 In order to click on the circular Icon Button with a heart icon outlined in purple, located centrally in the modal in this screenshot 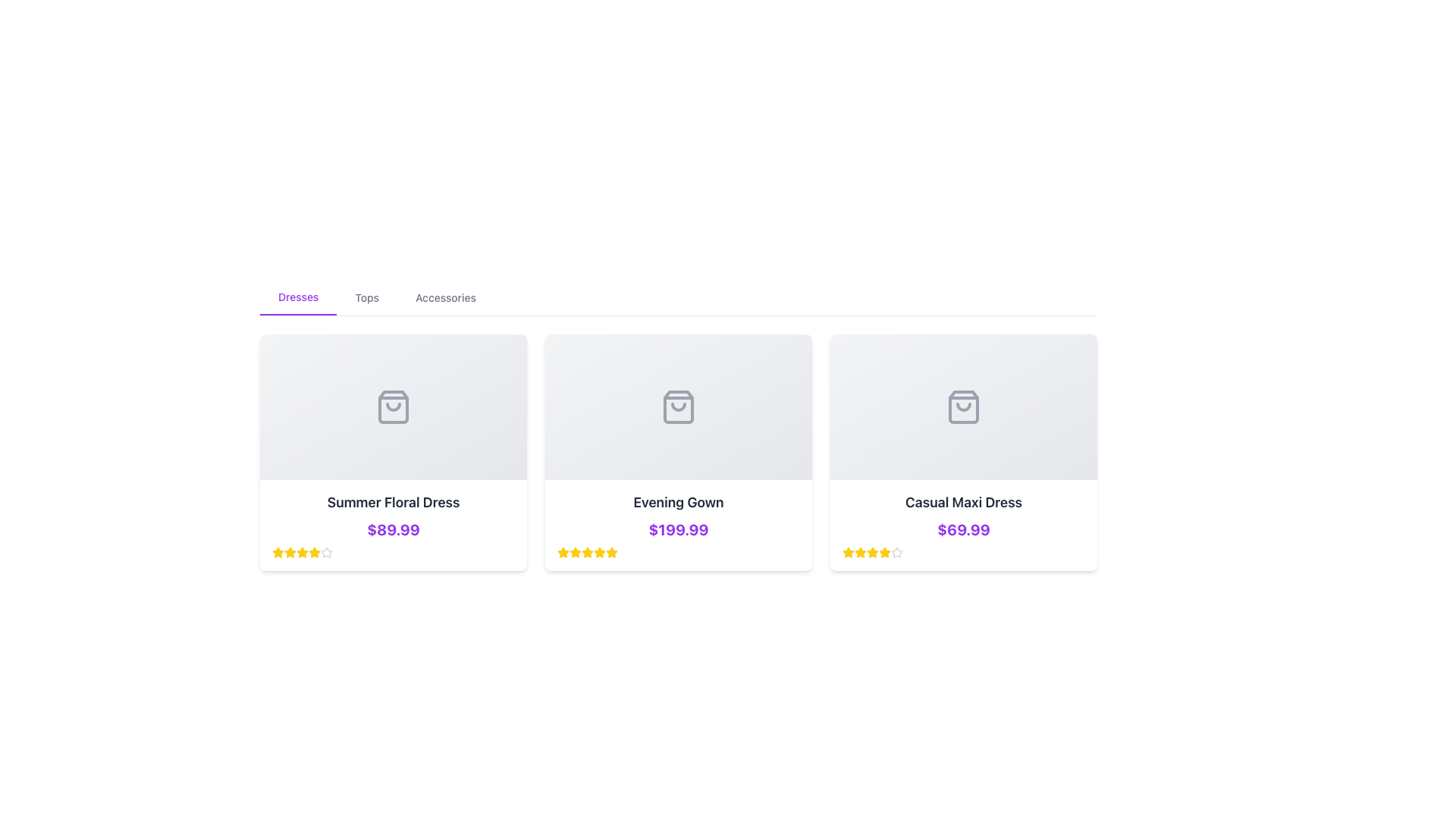, I will do `click(374, 452)`.